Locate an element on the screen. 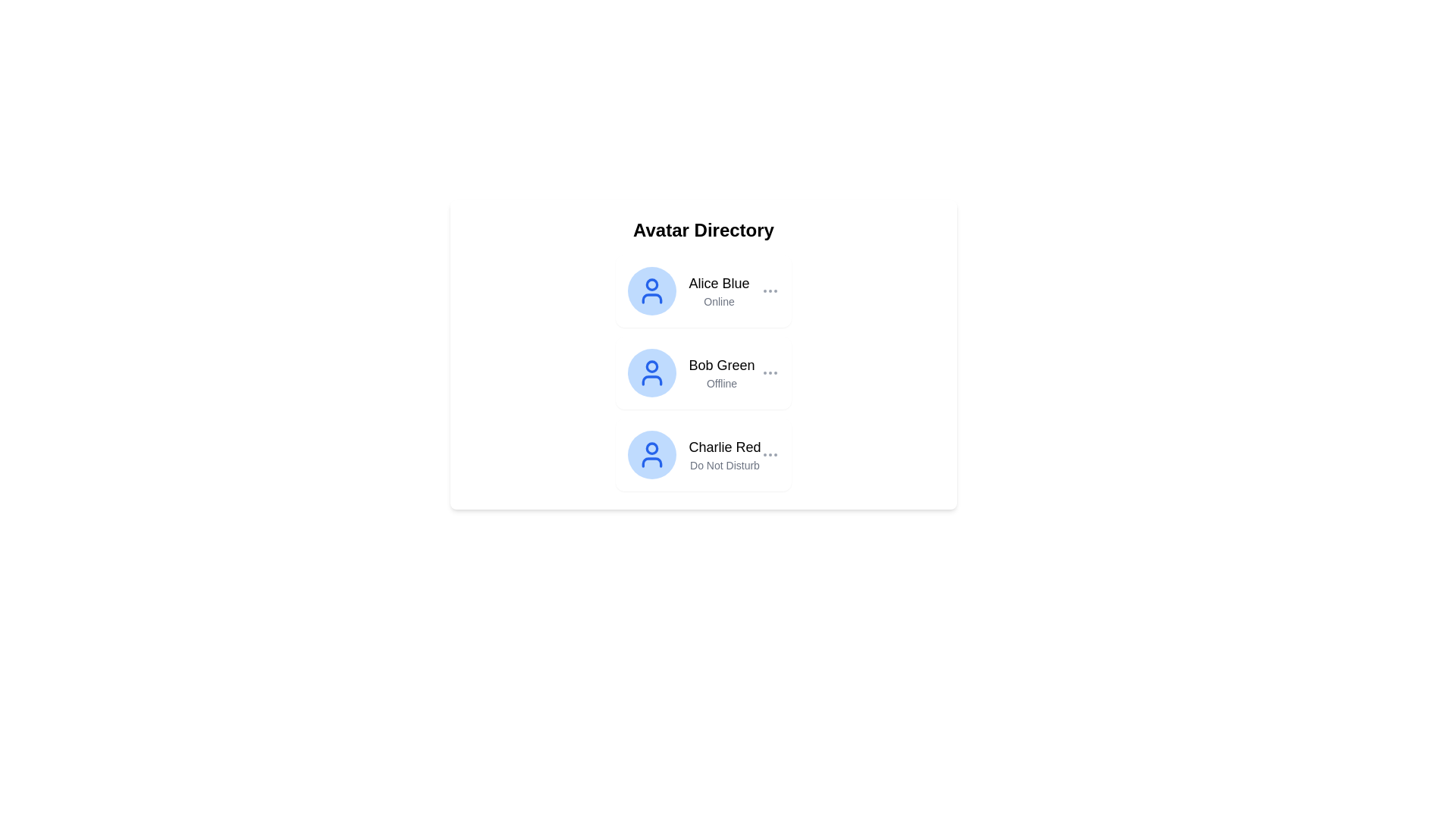 The height and width of the screenshot is (819, 1456). the text display showing 'Charlie Red' with status 'Do Not Disturb' is located at coordinates (723, 454).